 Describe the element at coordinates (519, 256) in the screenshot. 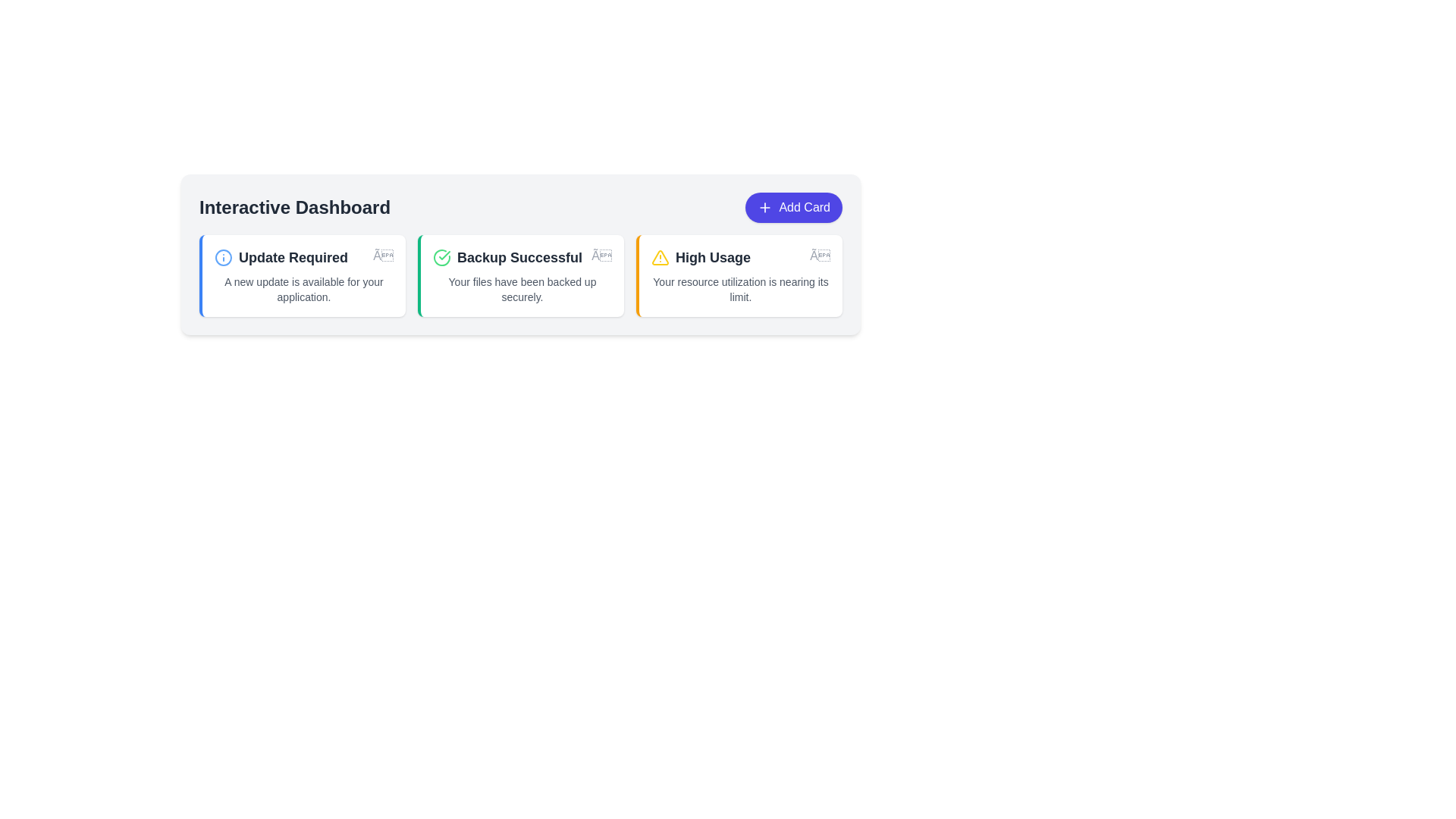

I see `the text label indicating successful completion of a backup process, which is centrally located between the 'Update Required' and 'High Usage' cards` at that location.